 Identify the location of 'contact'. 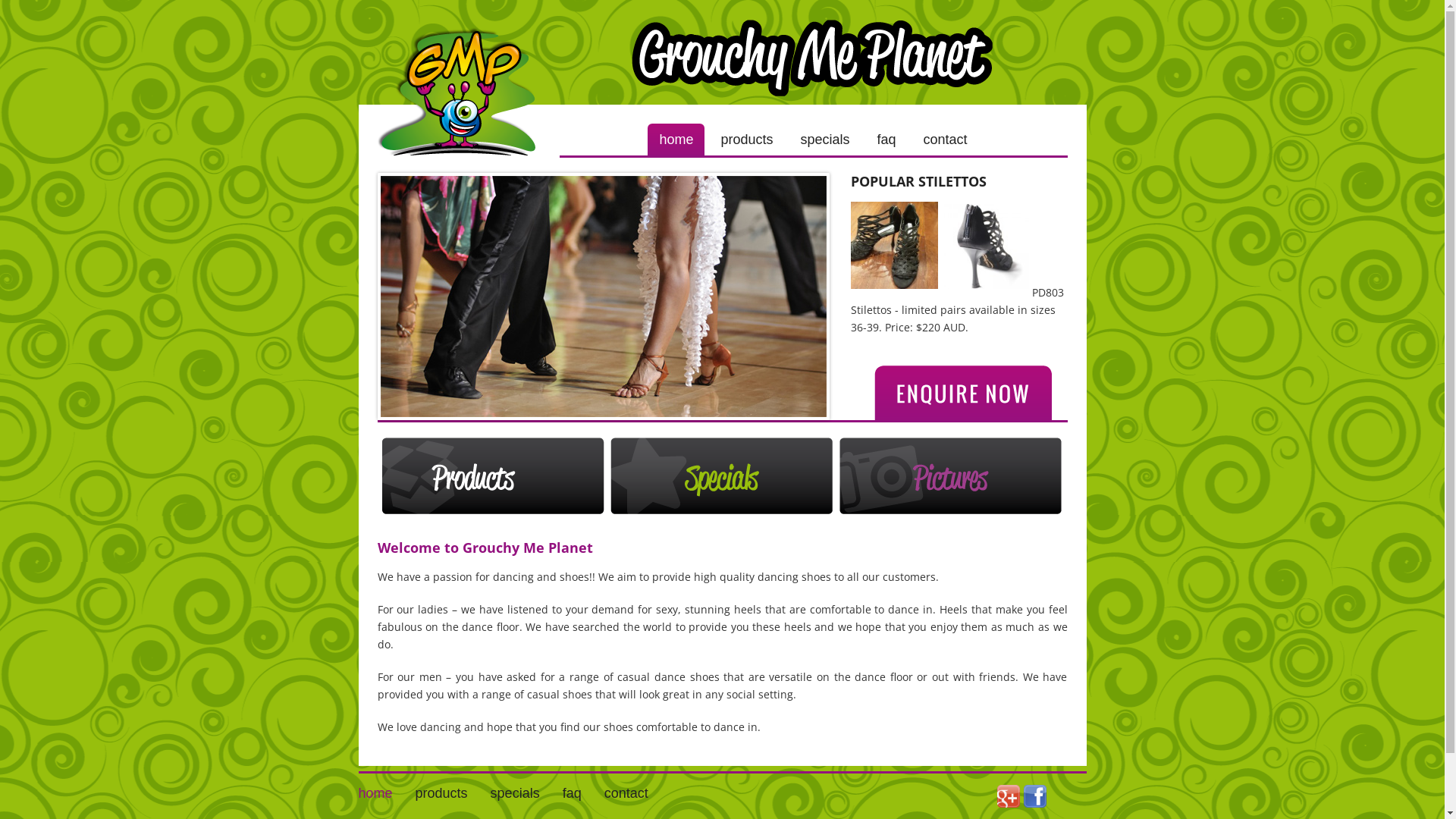
(603, 792).